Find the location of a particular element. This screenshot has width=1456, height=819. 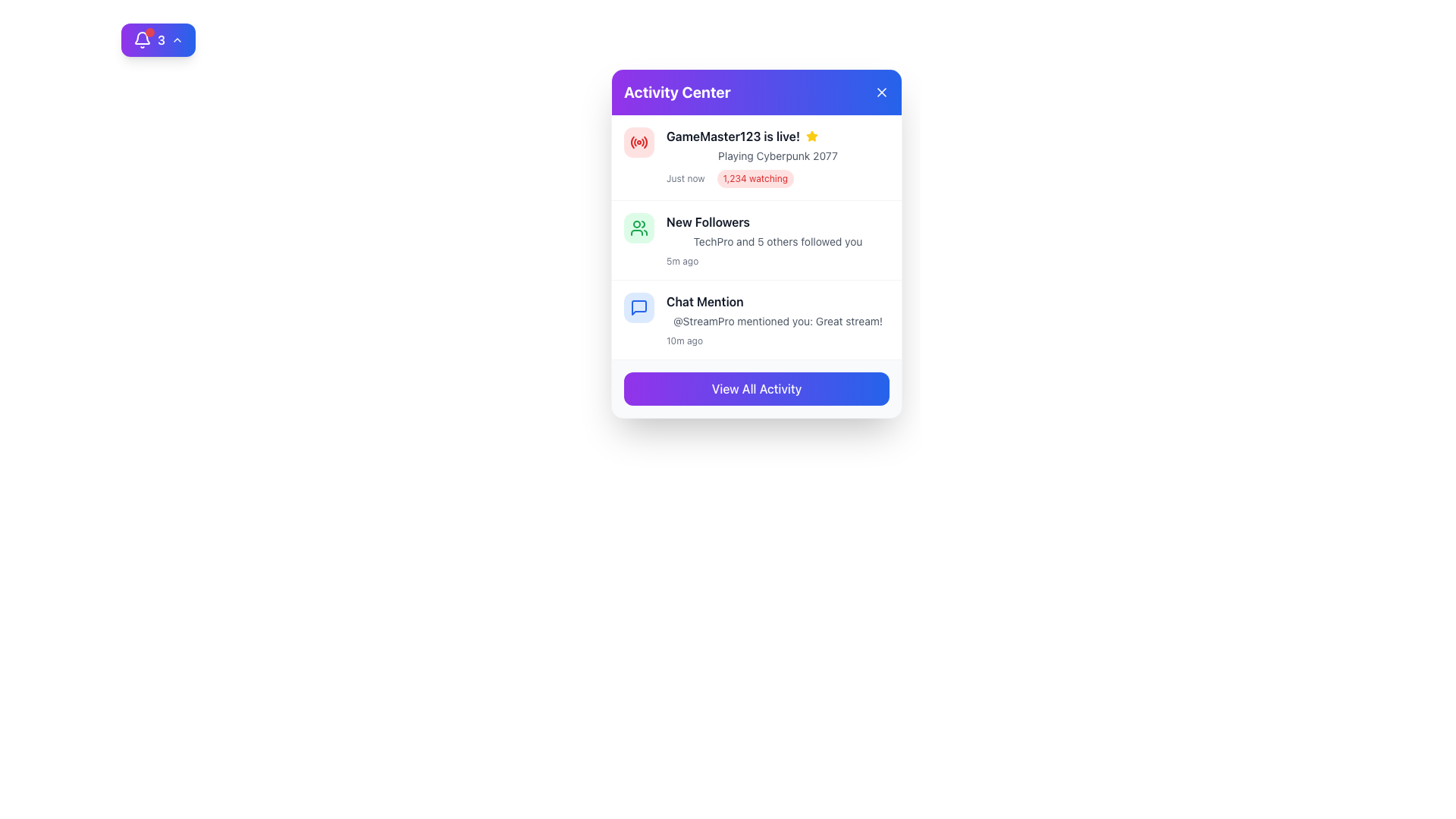

the Notification Item that notifies the user of new followers, positioned below 'GameMaster123 is live!' and above 'Chat Mention' in the Activity Center panel to navigate or highlight it is located at coordinates (757, 240).